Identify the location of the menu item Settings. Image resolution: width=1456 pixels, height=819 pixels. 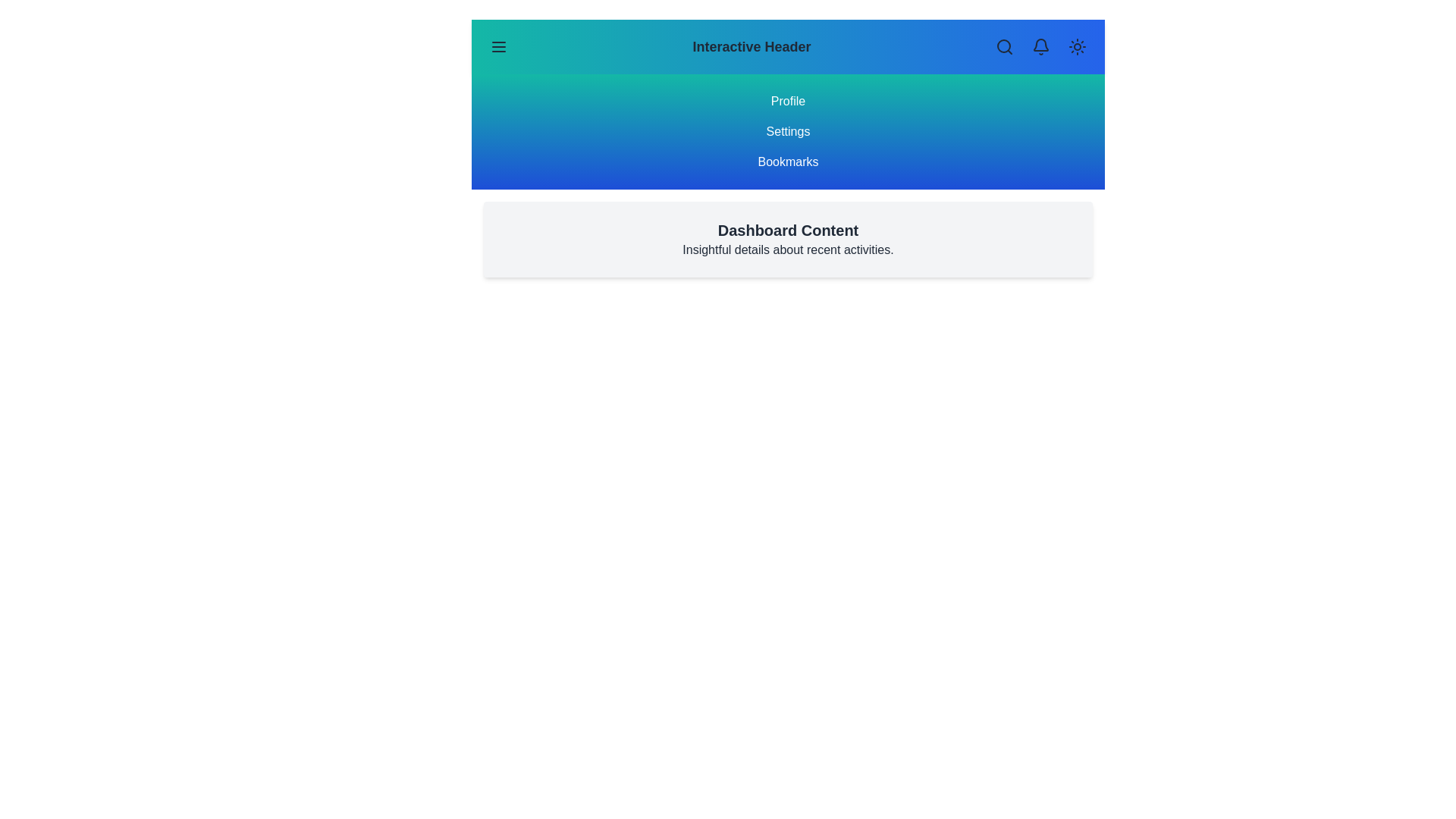
(788, 130).